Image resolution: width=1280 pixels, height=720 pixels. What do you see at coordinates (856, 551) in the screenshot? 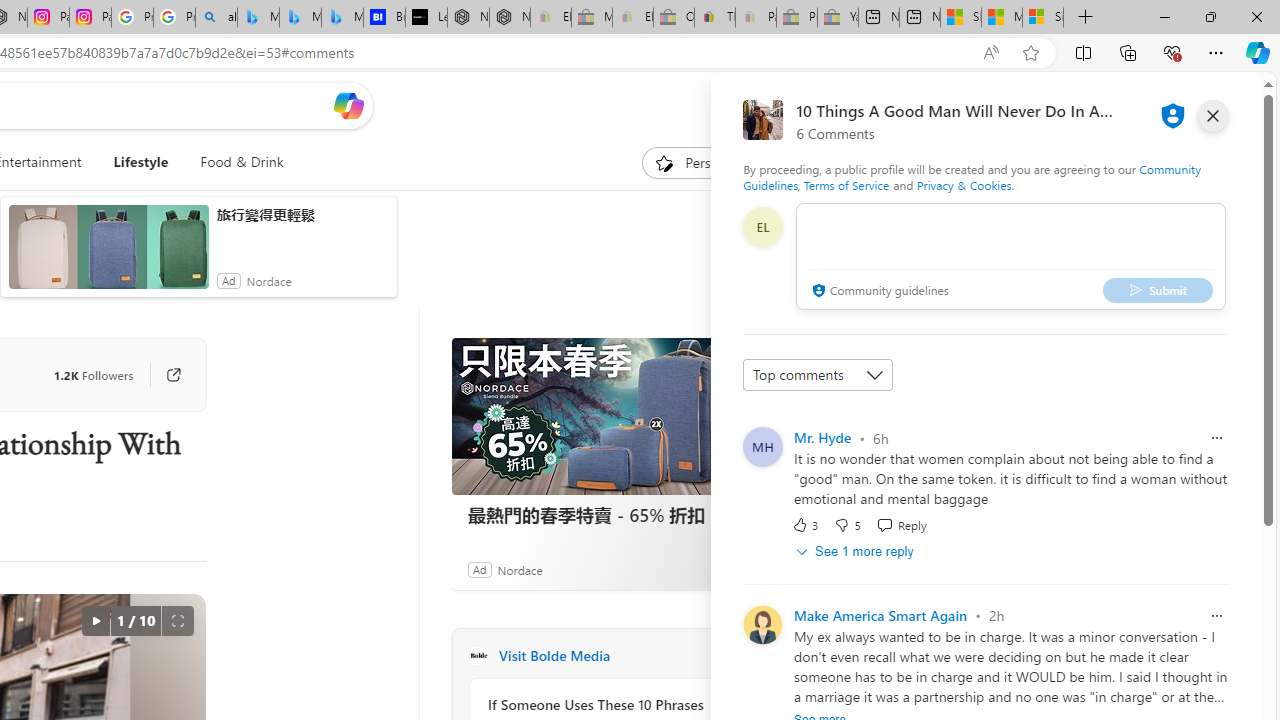
I see `'See 1 more reply'` at bounding box center [856, 551].